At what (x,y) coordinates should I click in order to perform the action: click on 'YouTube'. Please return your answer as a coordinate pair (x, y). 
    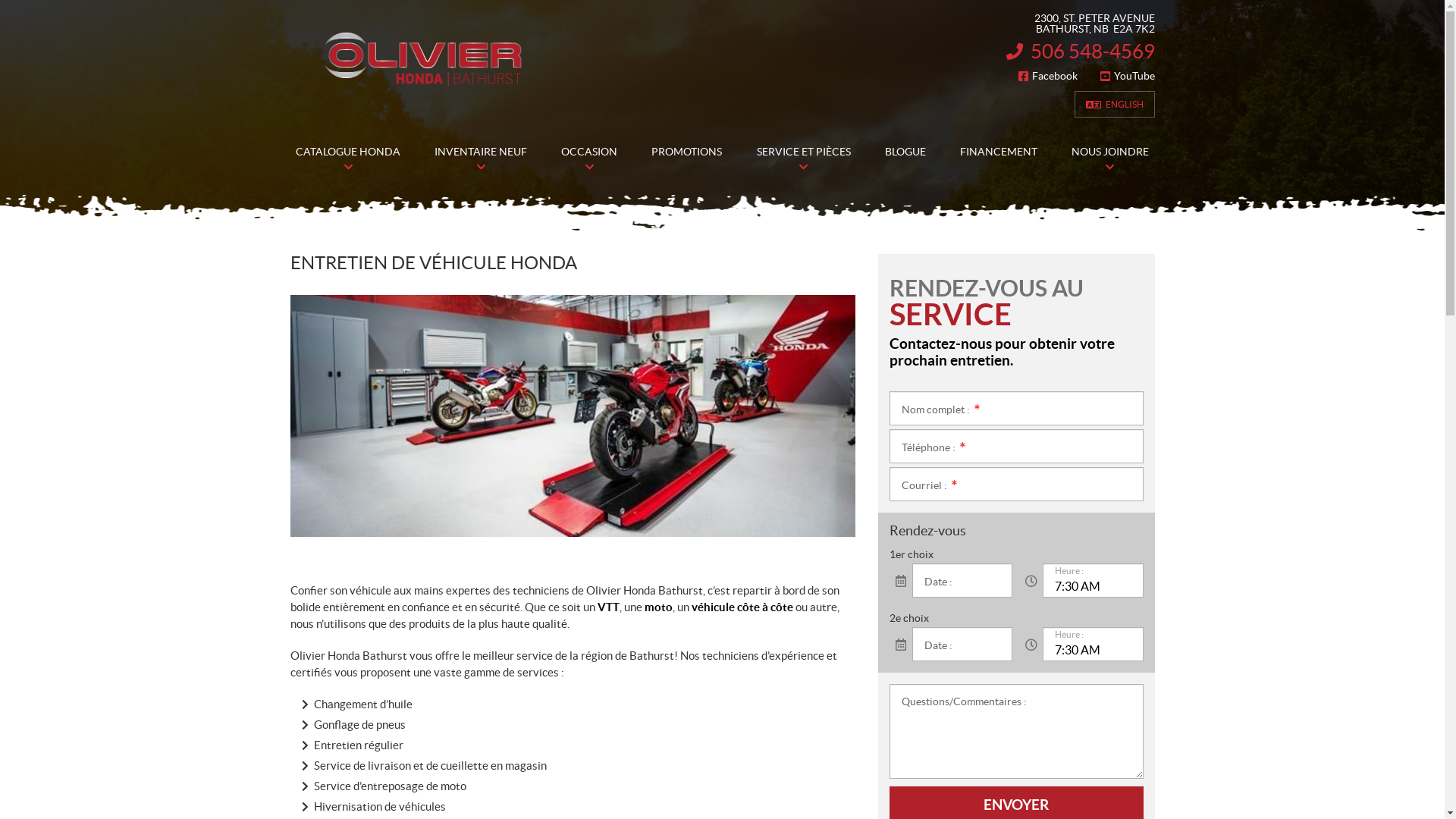
    Looking at the image, I should click on (1127, 76).